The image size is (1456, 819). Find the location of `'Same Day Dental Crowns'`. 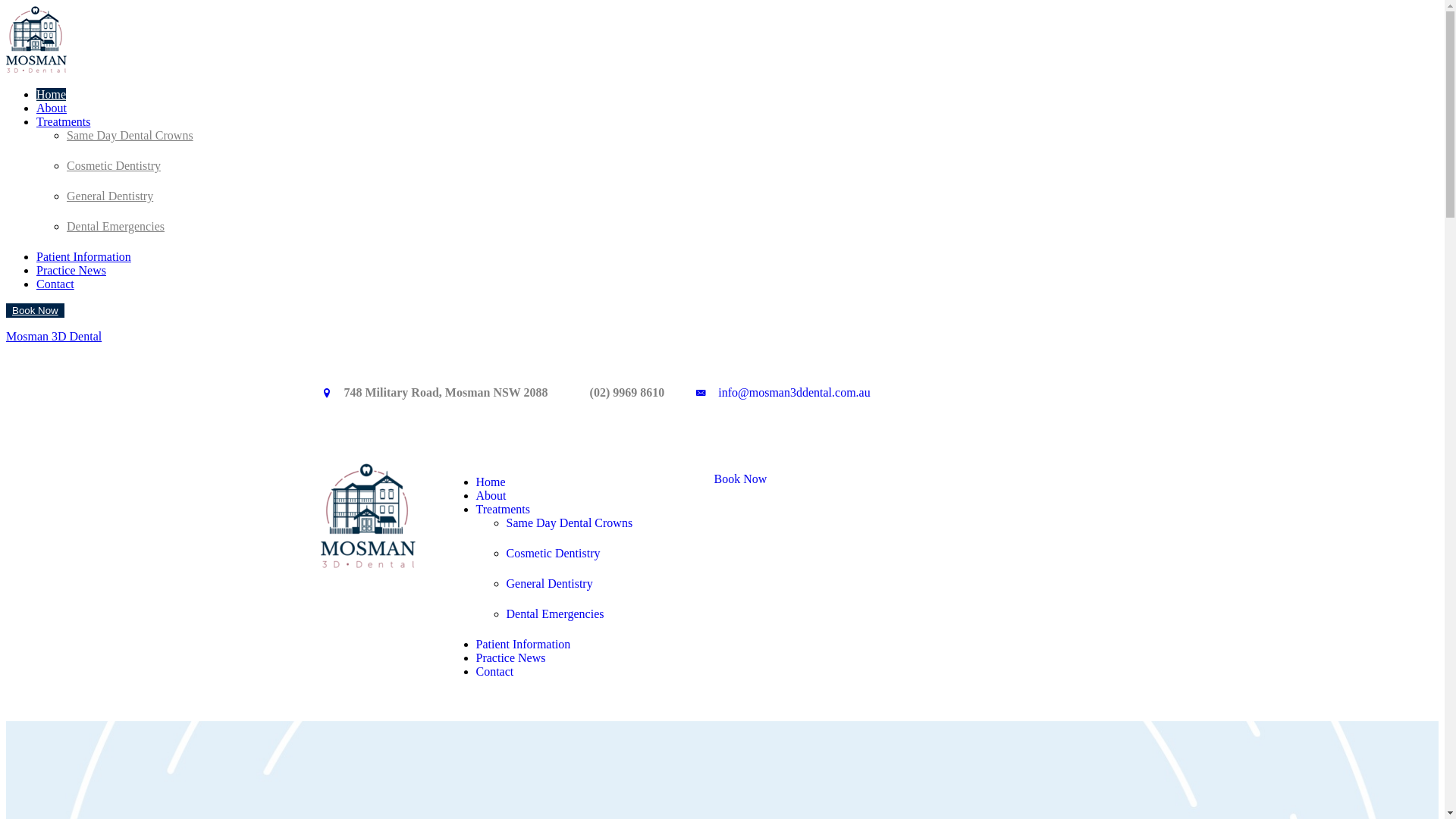

'Same Day Dental Crowns' is located at coordinates (130, 134).